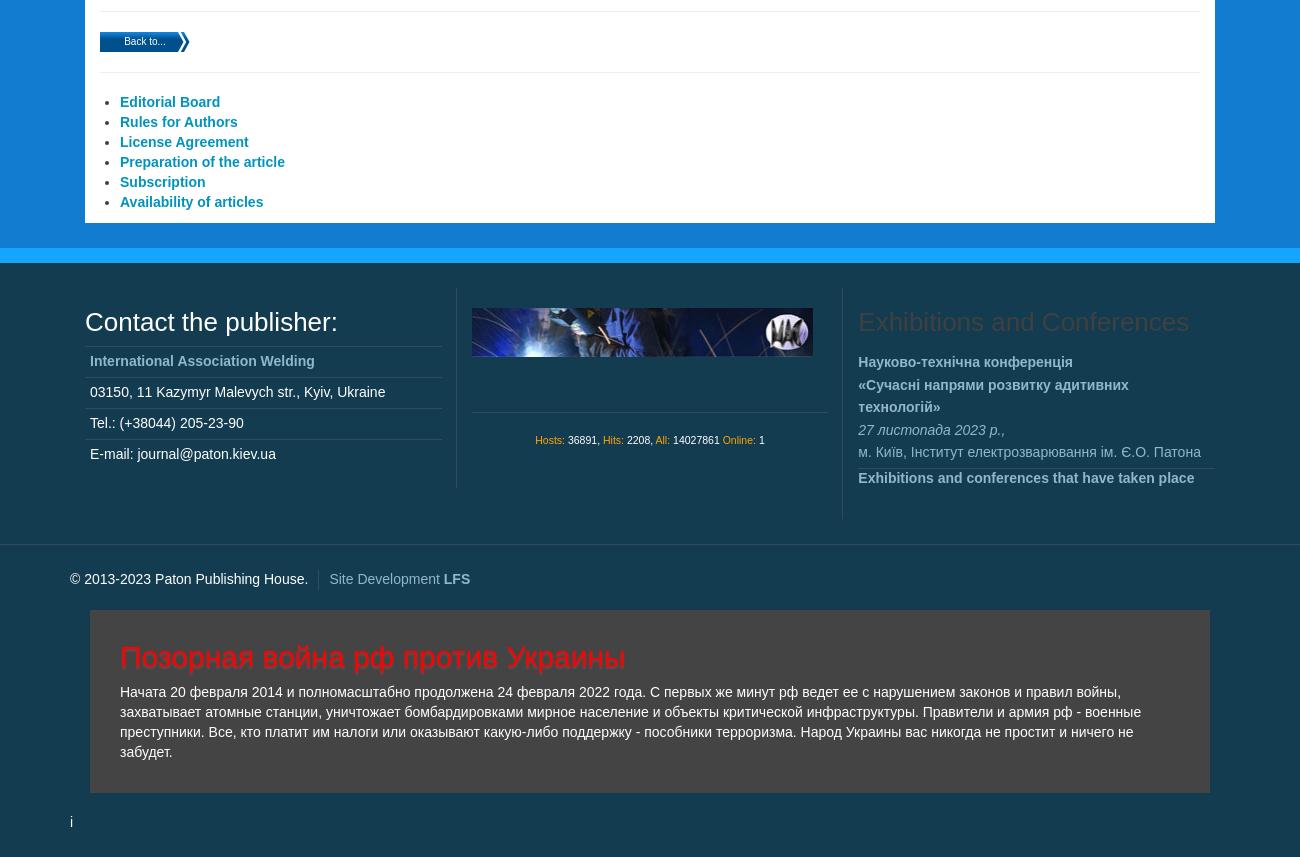 Image resolution: width=1300 pixels, height=857 pixels. I want to click on 'Rules for Authors', so click(118, 120).